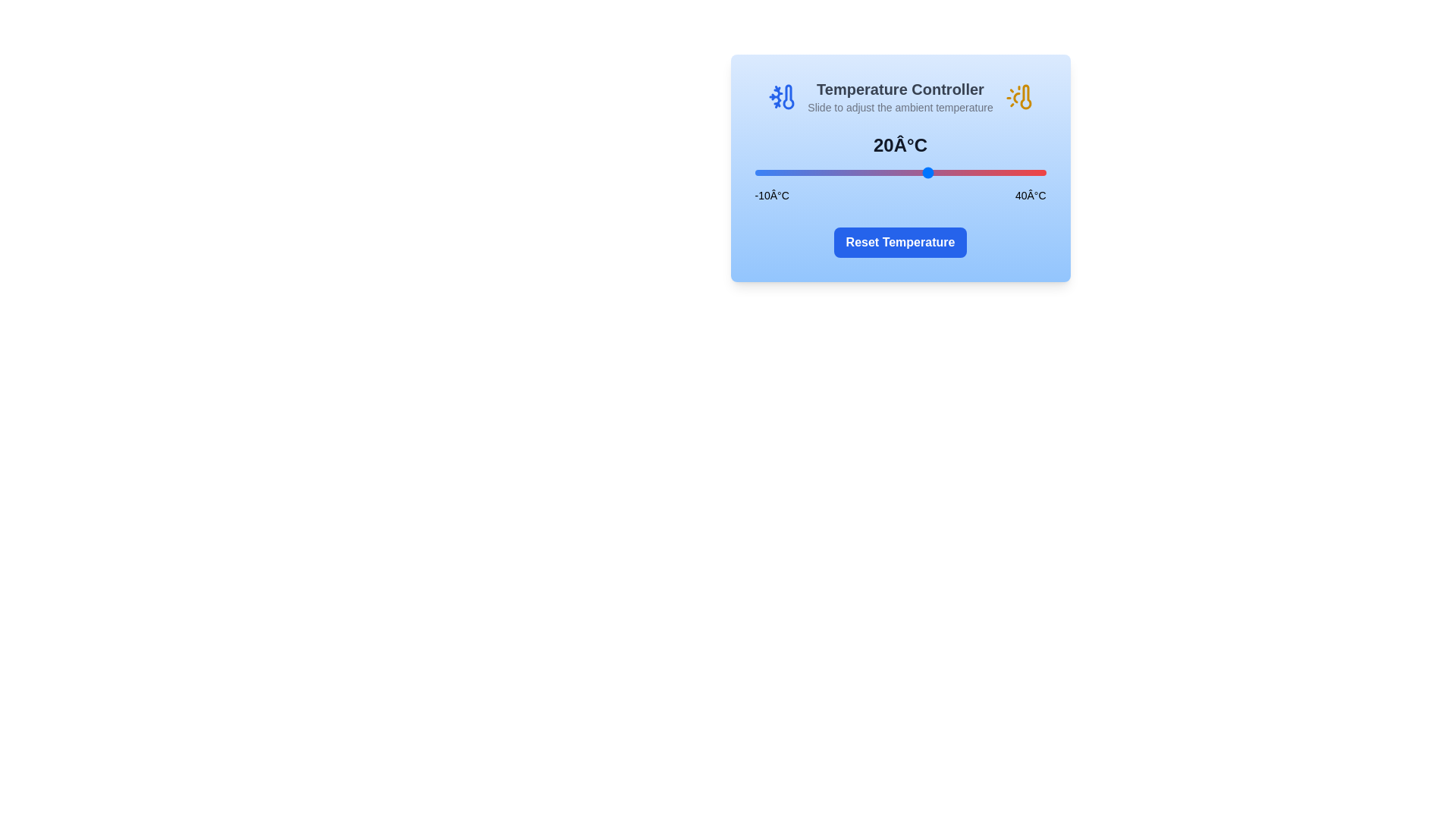  What do you see at coordinates (900, 168) in the screenshot?
I see `the range indicators of the vertical temperature slider, which displays the limits '-10Â°C' and '40Â°C' above and below the slider` at bounding box center [900, 168].